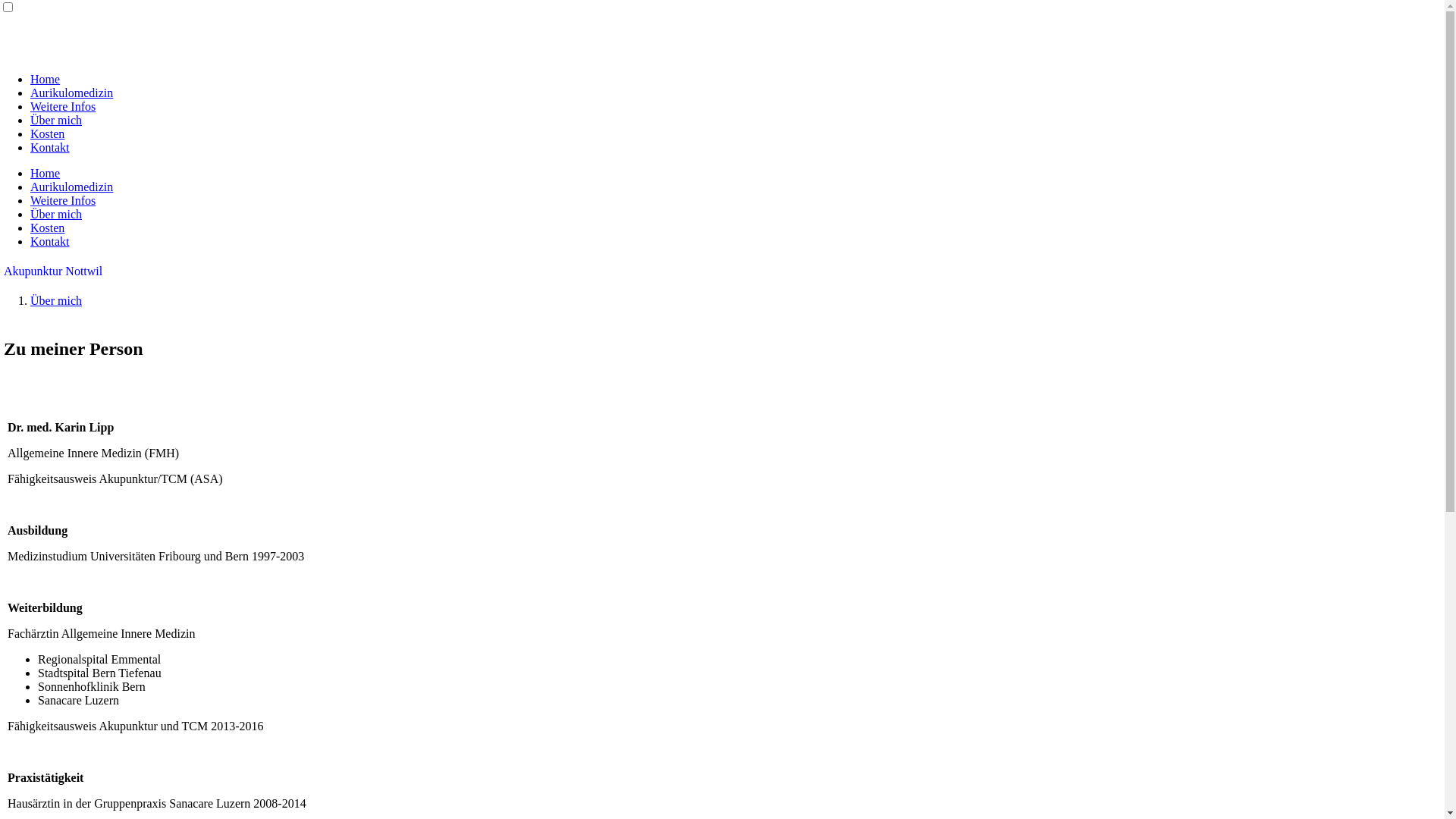 Image resolution: width=1456 pixels, height=819 pixels. Describe the element at coordinates (45, 172) in the screenshot. I see `'Home'` at that location.